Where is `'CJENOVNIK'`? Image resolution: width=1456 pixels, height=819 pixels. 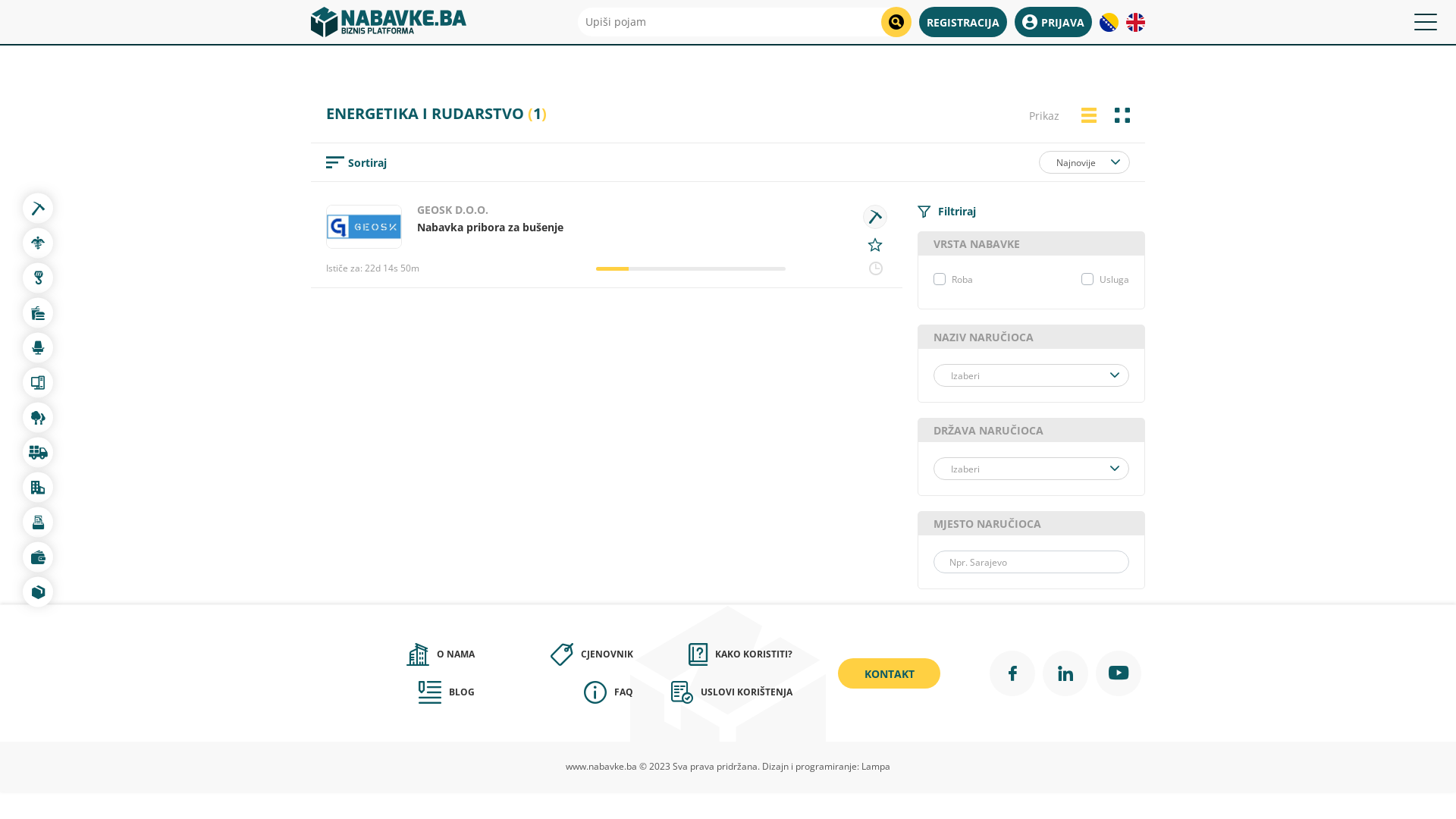 'CJENOVNIK' is located at coordinates (553, 654).